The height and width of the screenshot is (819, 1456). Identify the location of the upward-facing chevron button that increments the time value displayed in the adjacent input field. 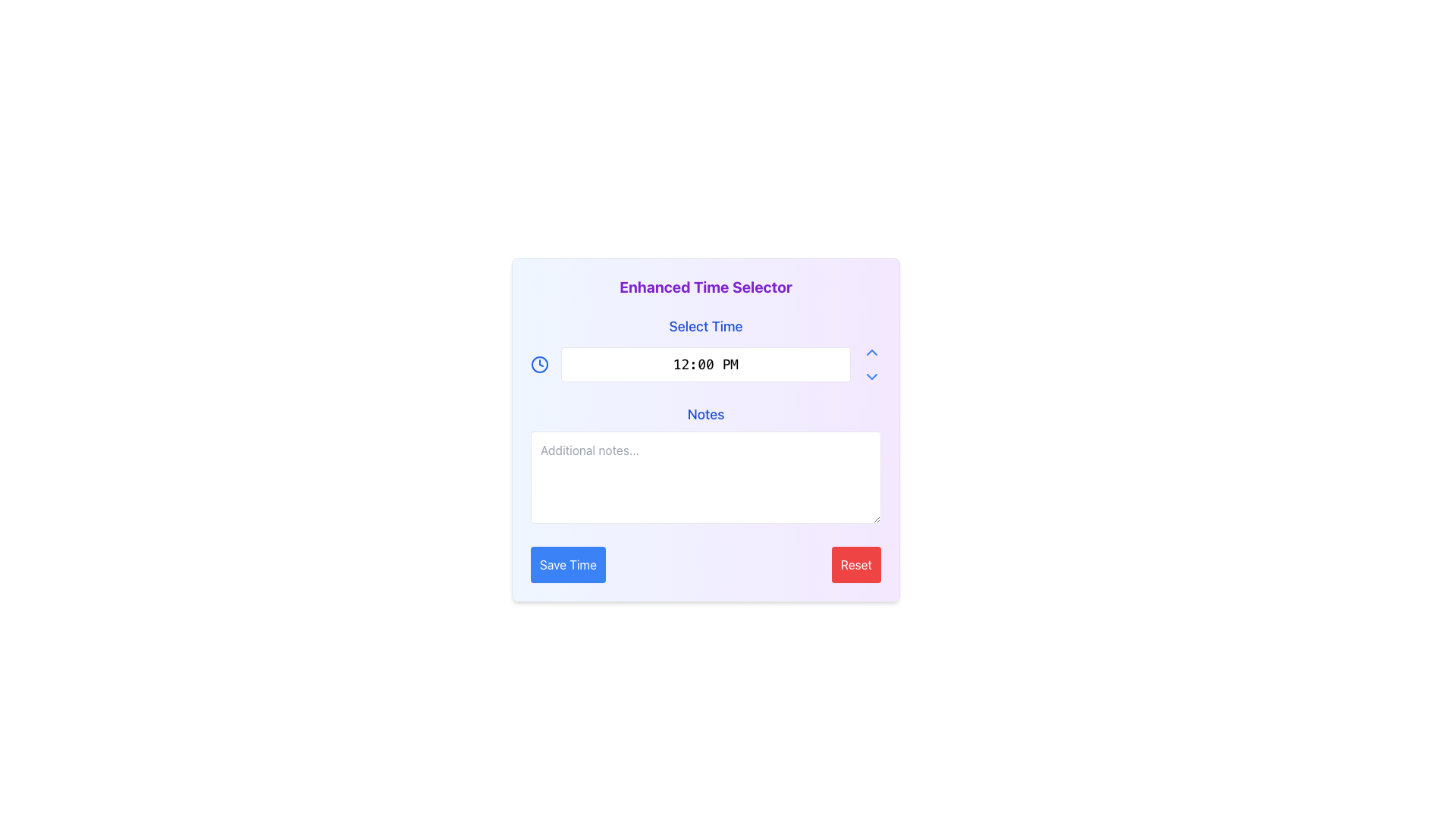
(872, 353).